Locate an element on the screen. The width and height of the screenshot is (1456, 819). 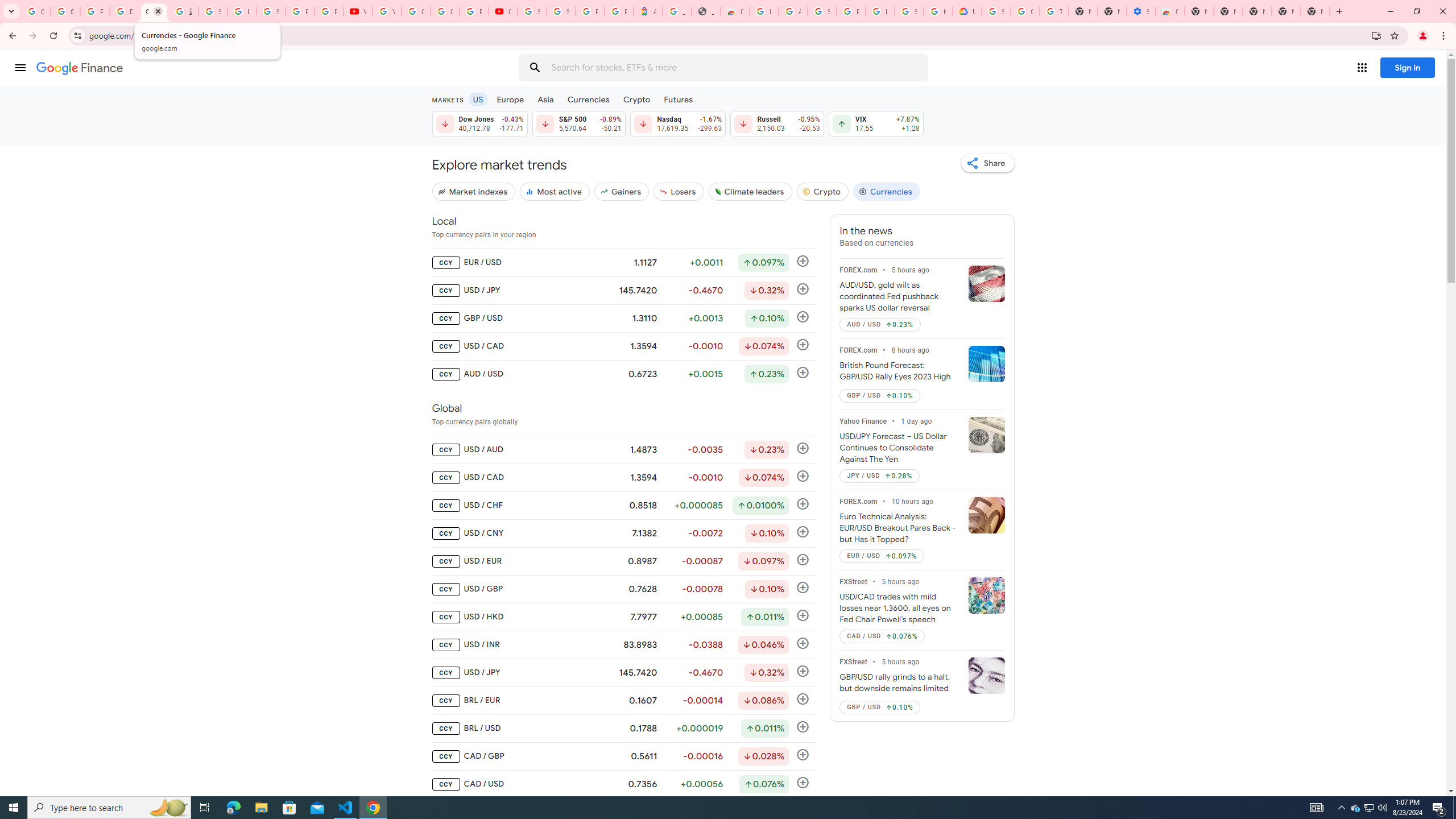
'CCY BRL / USD 0.1788 +0.000019 Up by 0.0089% Follow' is located at coordinates (623, 728).